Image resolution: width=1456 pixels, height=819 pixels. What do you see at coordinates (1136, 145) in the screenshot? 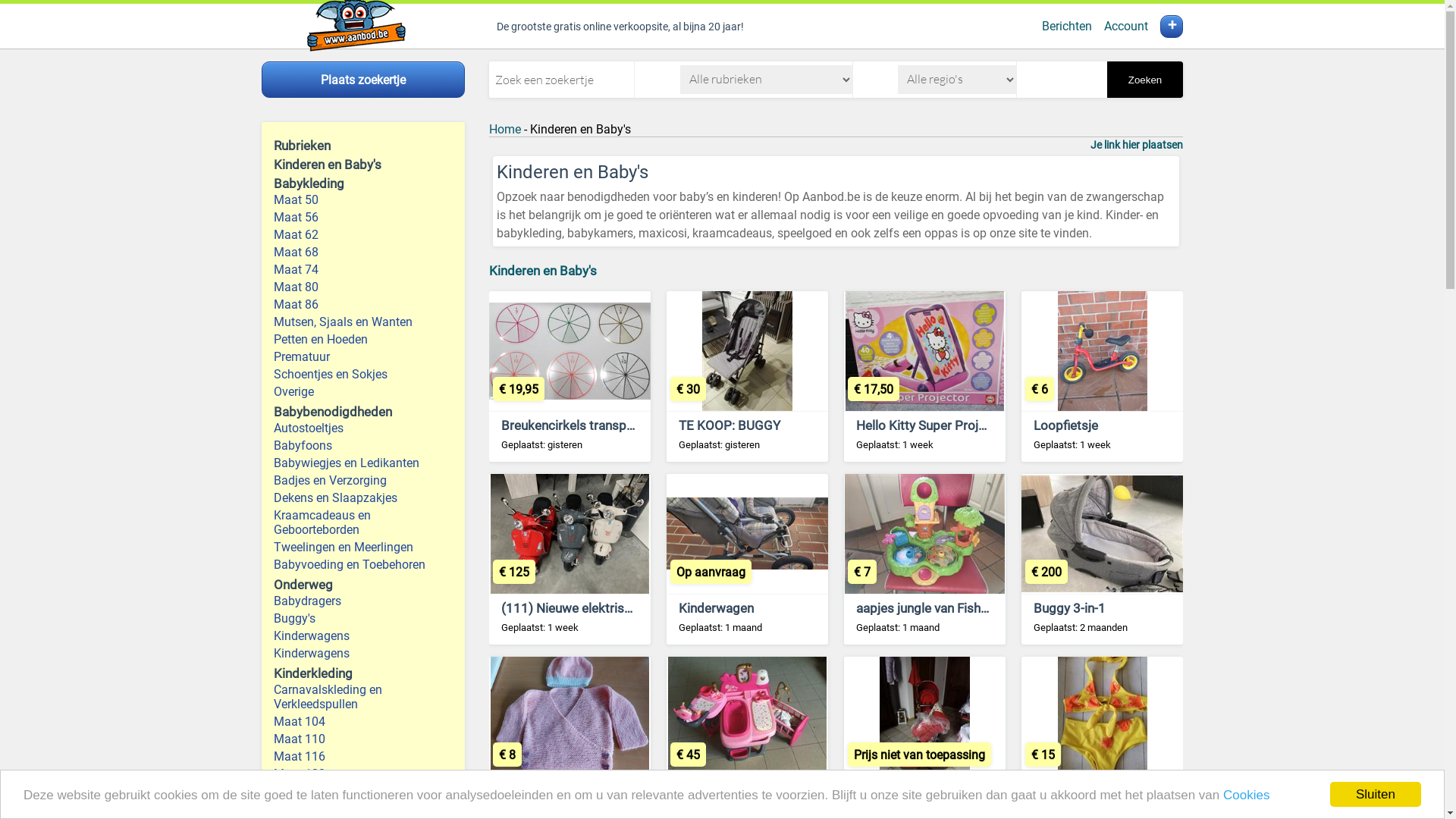
I see `'Je link hier plaatsen'` at bounding box center [1136, 145].